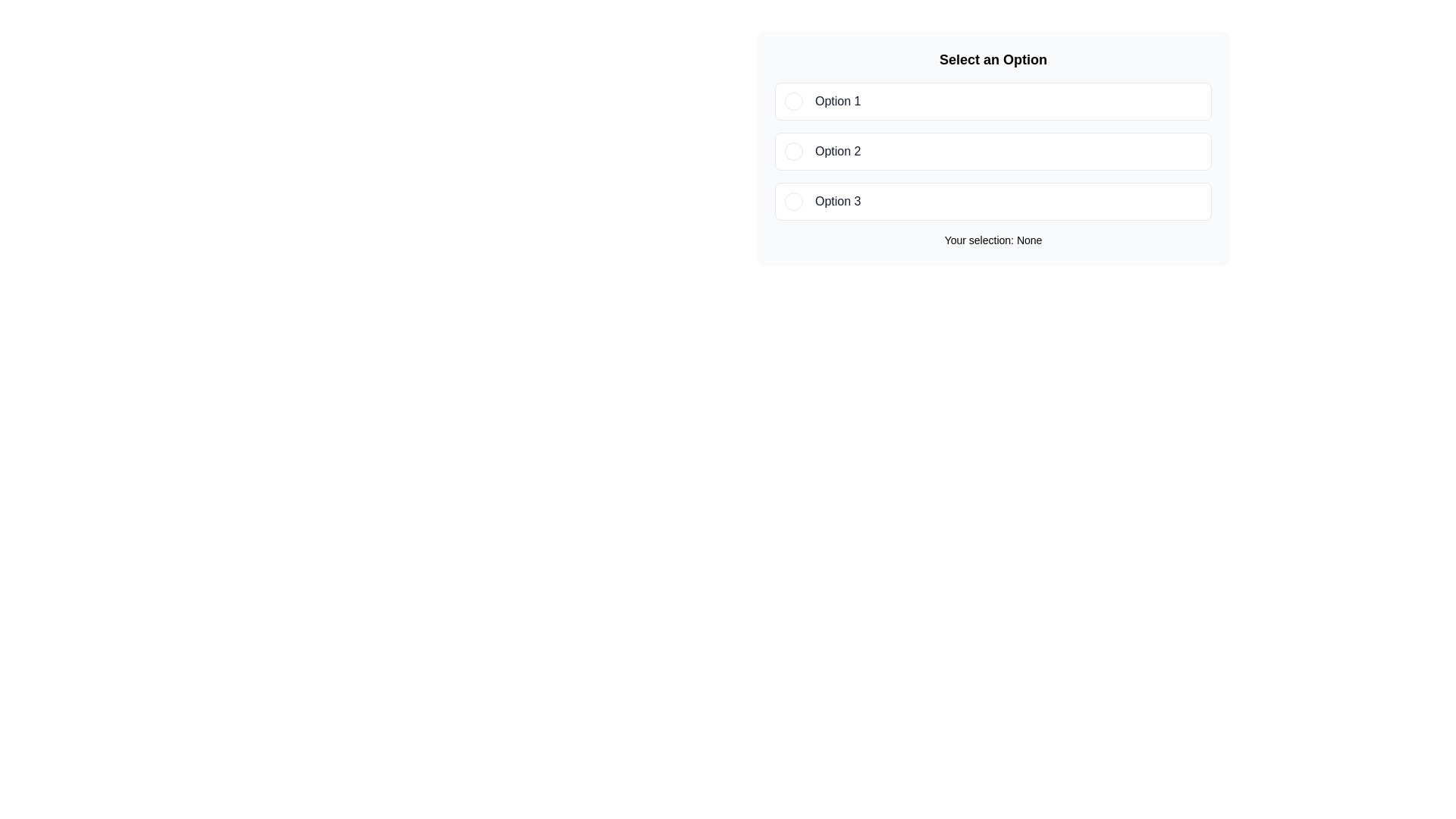 This screenshot has width=1456, height=819. Describe the element at coordinates (837, 201) in the screenshot. I see `the descriptive label for the third selectable option in the vertical list of options, located to the right of the circular indicator` at that location.